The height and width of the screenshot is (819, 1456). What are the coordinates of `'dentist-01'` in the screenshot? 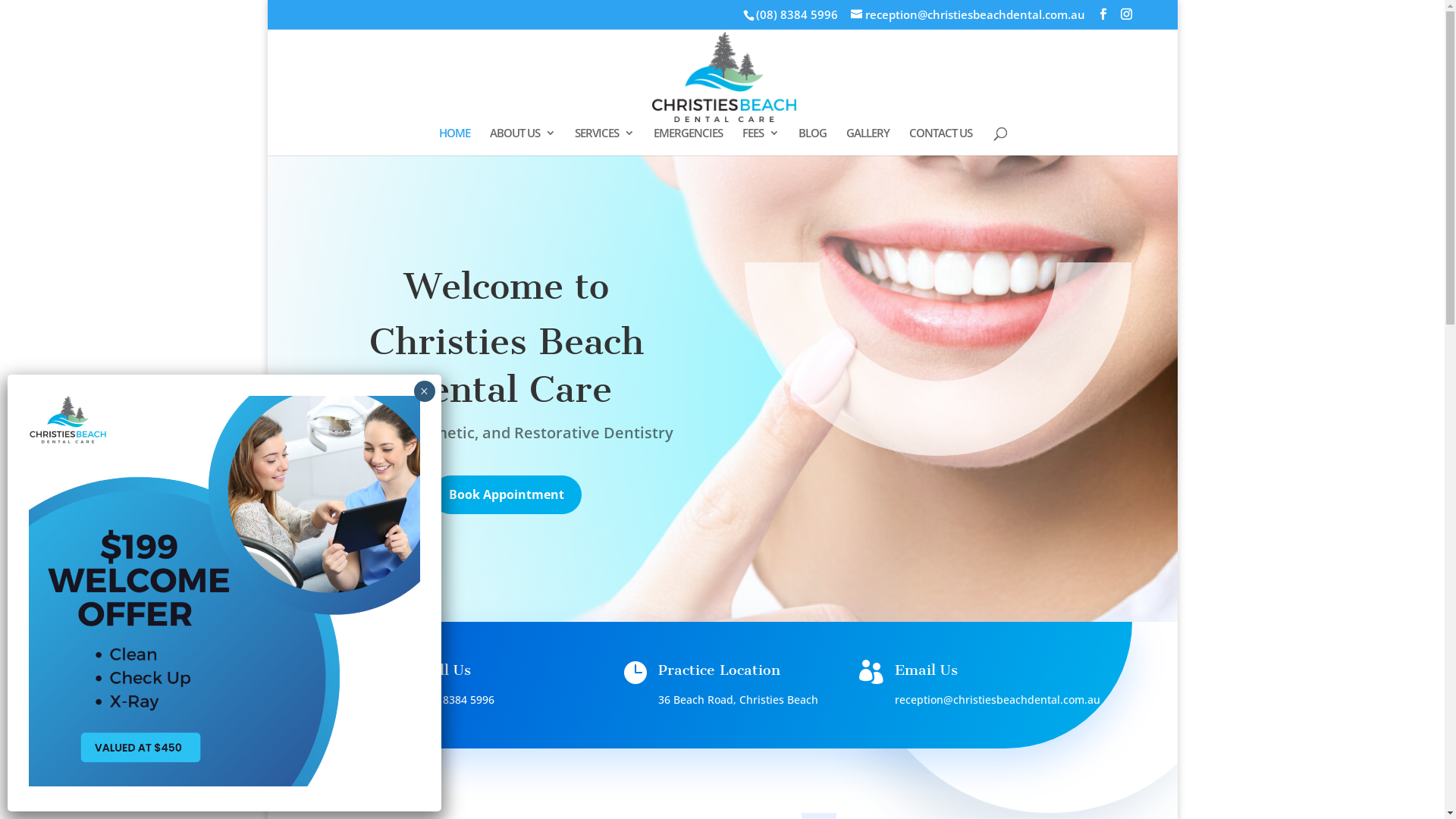 It's located at (937, 359).